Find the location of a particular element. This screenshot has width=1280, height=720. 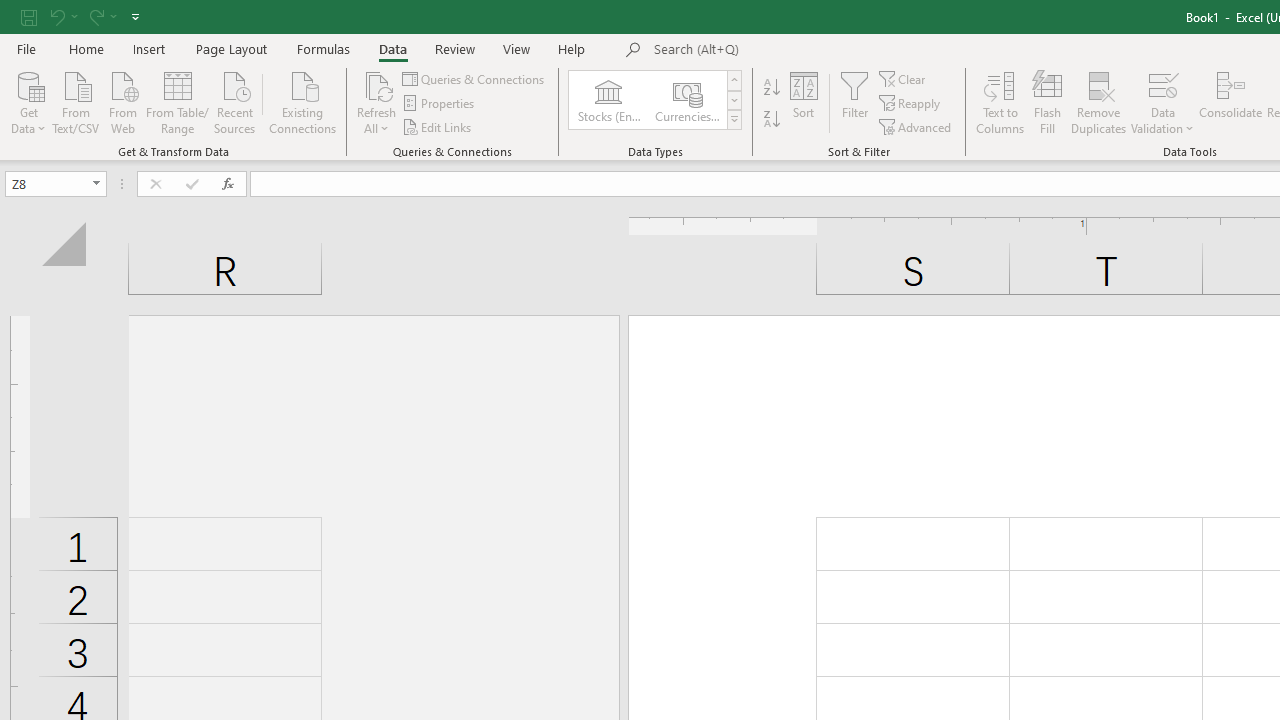

'From Text/CSV' is located at coordinates (76, 101).